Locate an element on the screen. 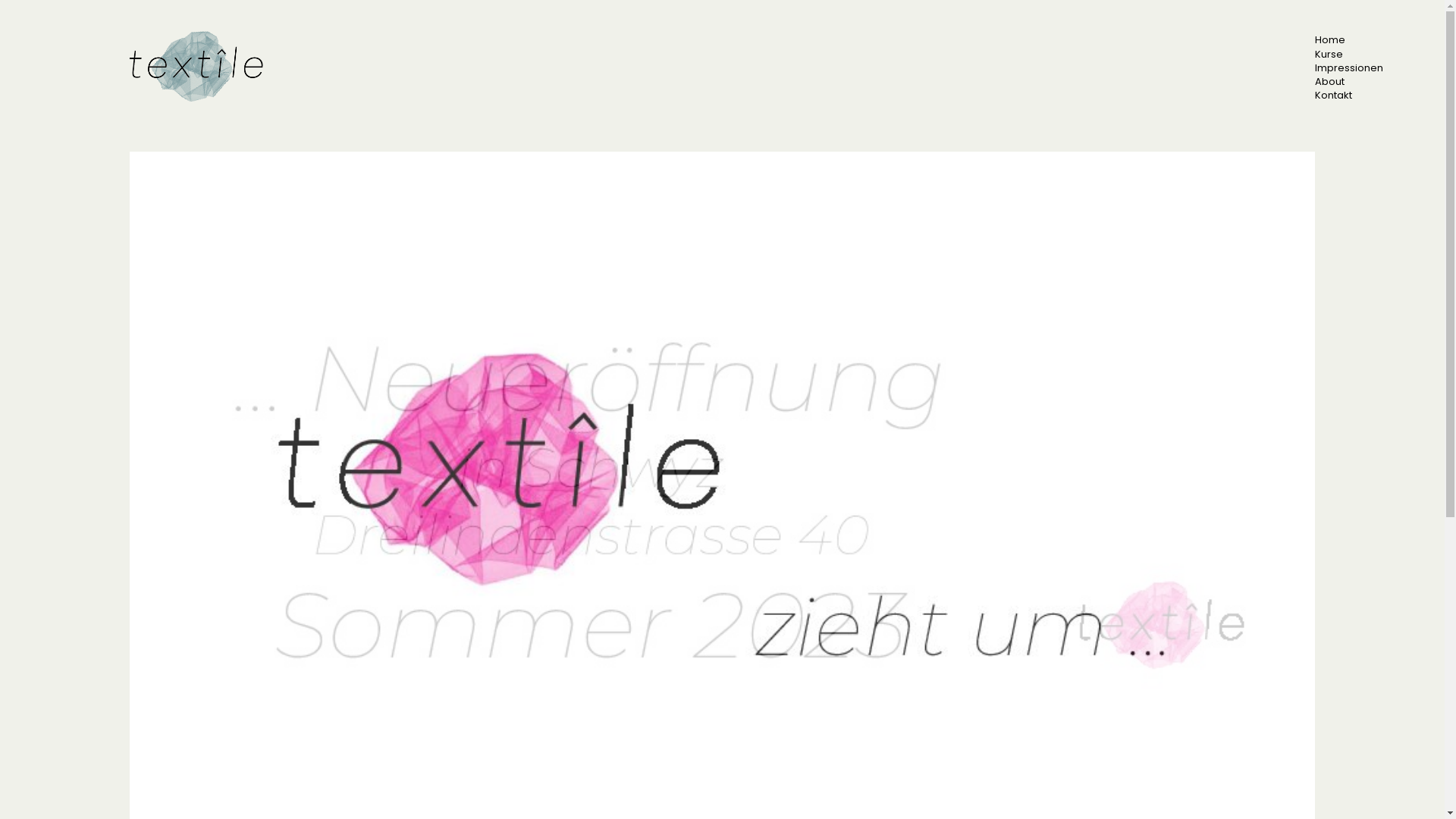 Image resolution: width=1456 pixels, height=819 pixels. 'Kontakt' is located at coordinates (1313, 95).